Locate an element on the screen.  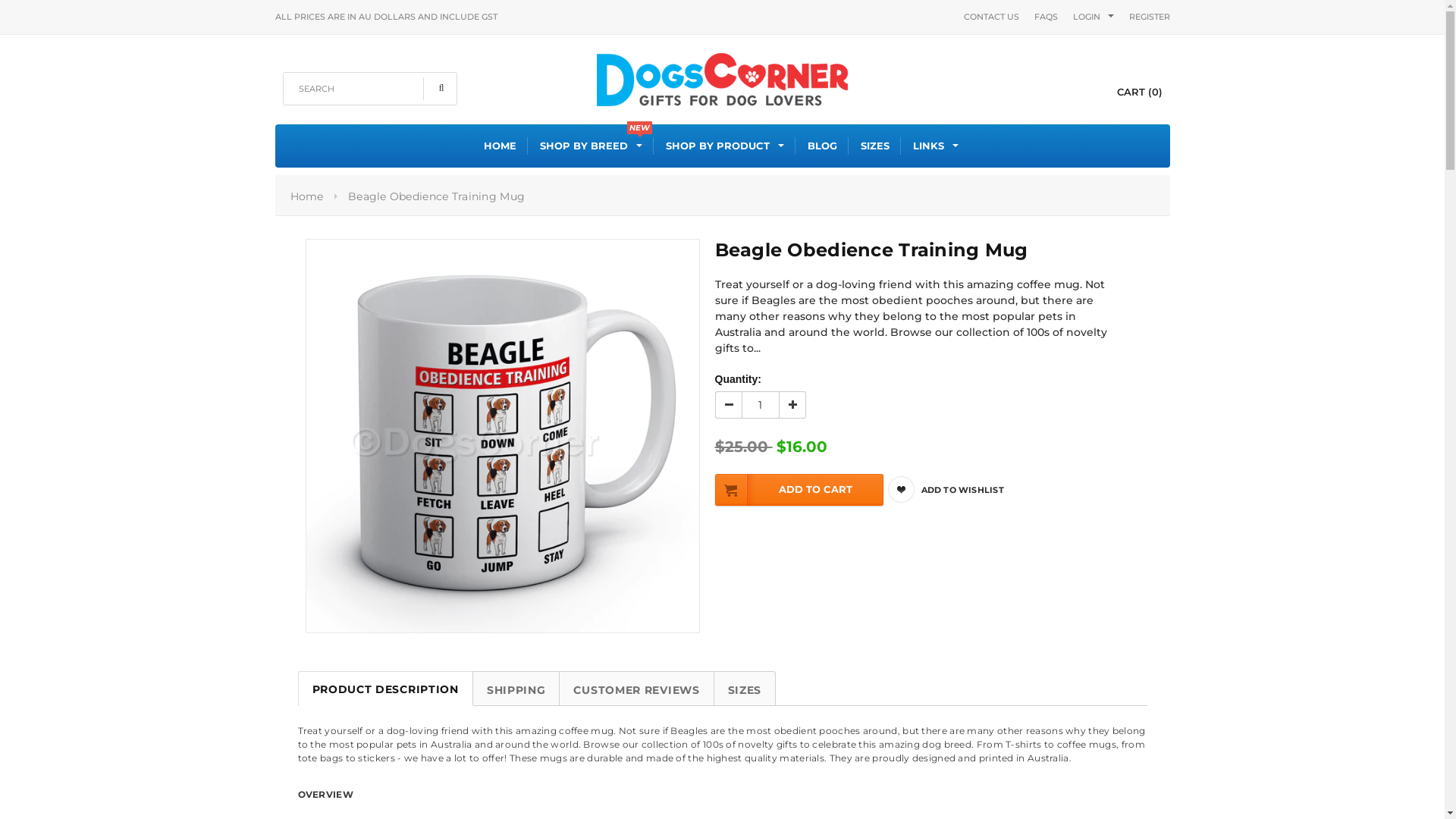
'LOGIN' is located at coordinates (1084, 17).